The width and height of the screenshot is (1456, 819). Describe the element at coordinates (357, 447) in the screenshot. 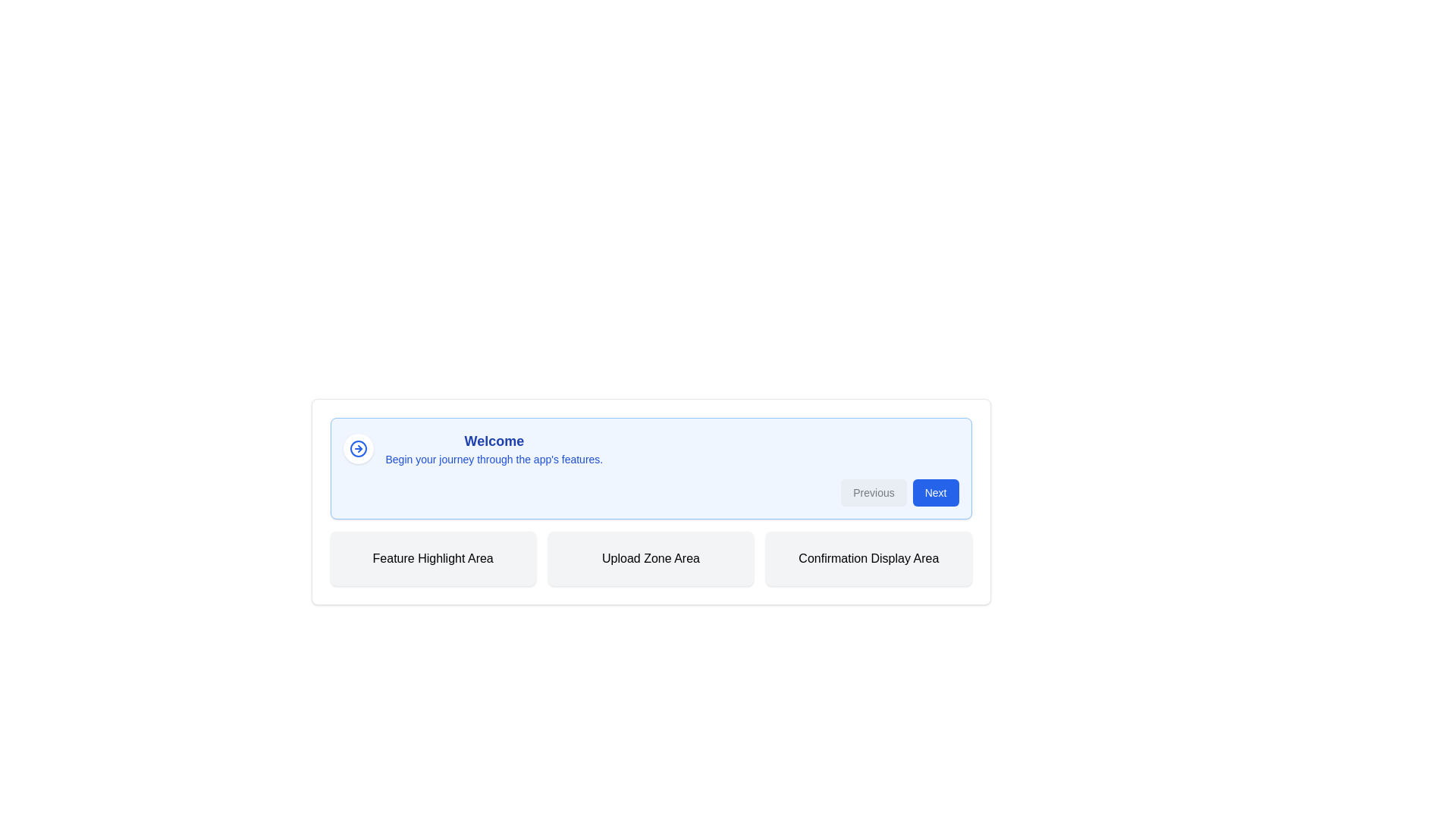

I see `the circular button with a blue arrow icon on a white background, located to the left of the 'Welcome' text` at that location.